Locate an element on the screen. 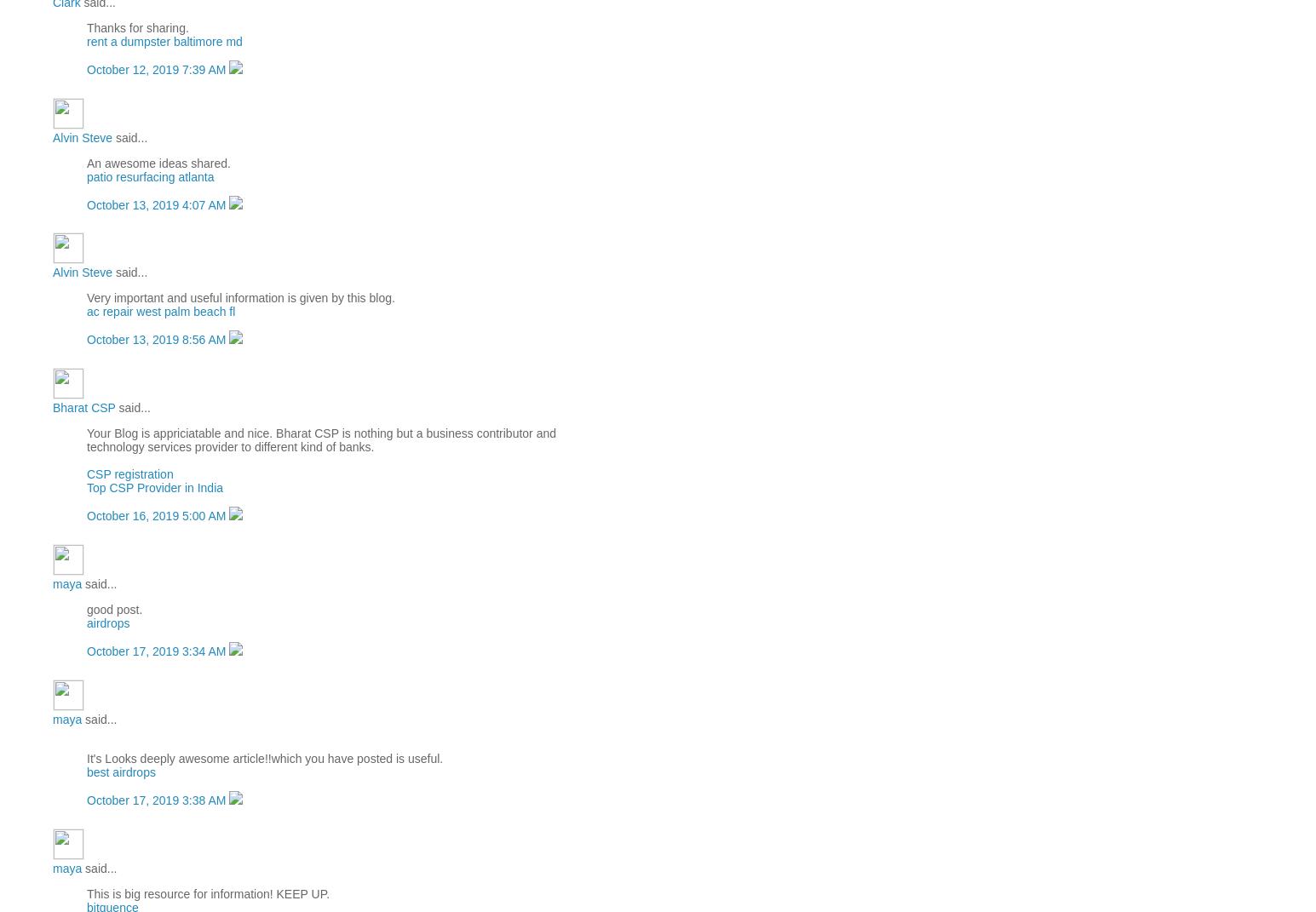  'October 12, 2019 7:39 AM' is located at coordinates (85, 68).